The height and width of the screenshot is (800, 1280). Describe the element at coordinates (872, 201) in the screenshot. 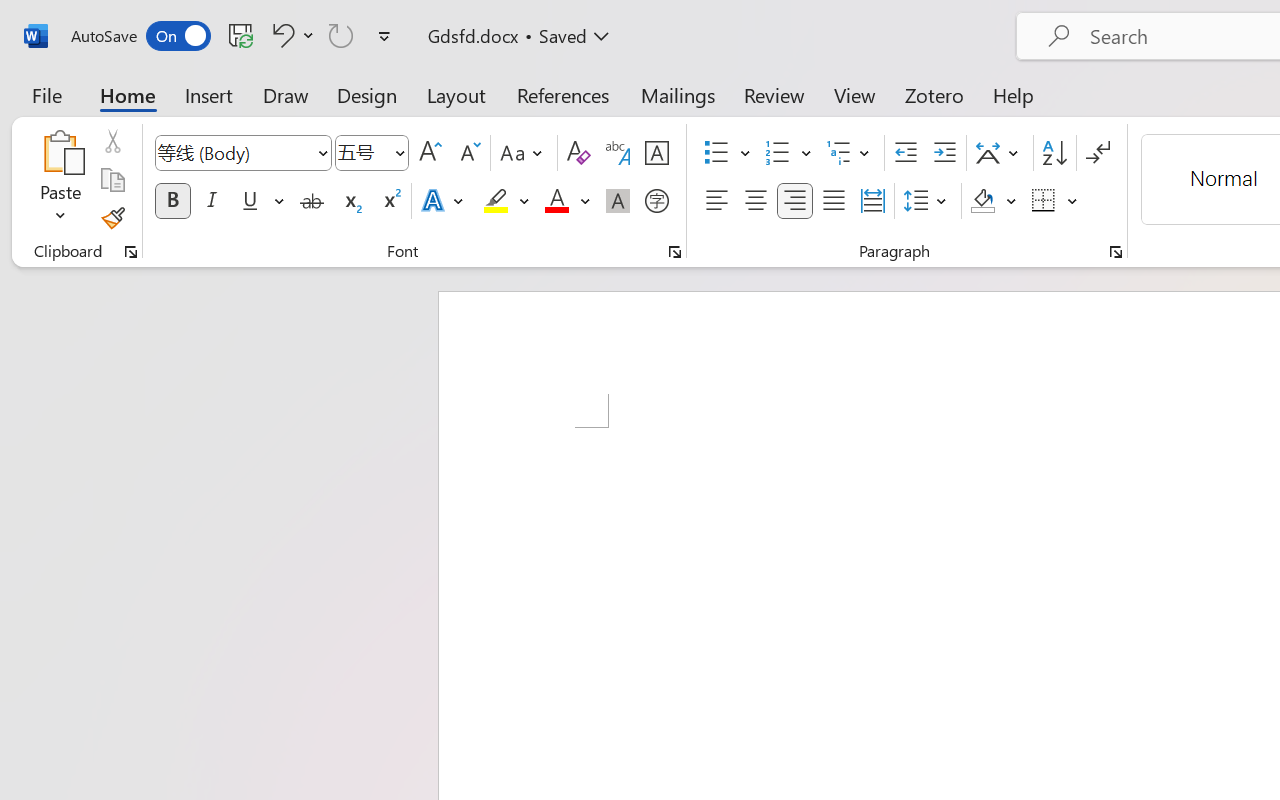

I see `'Distributed'` at that location.